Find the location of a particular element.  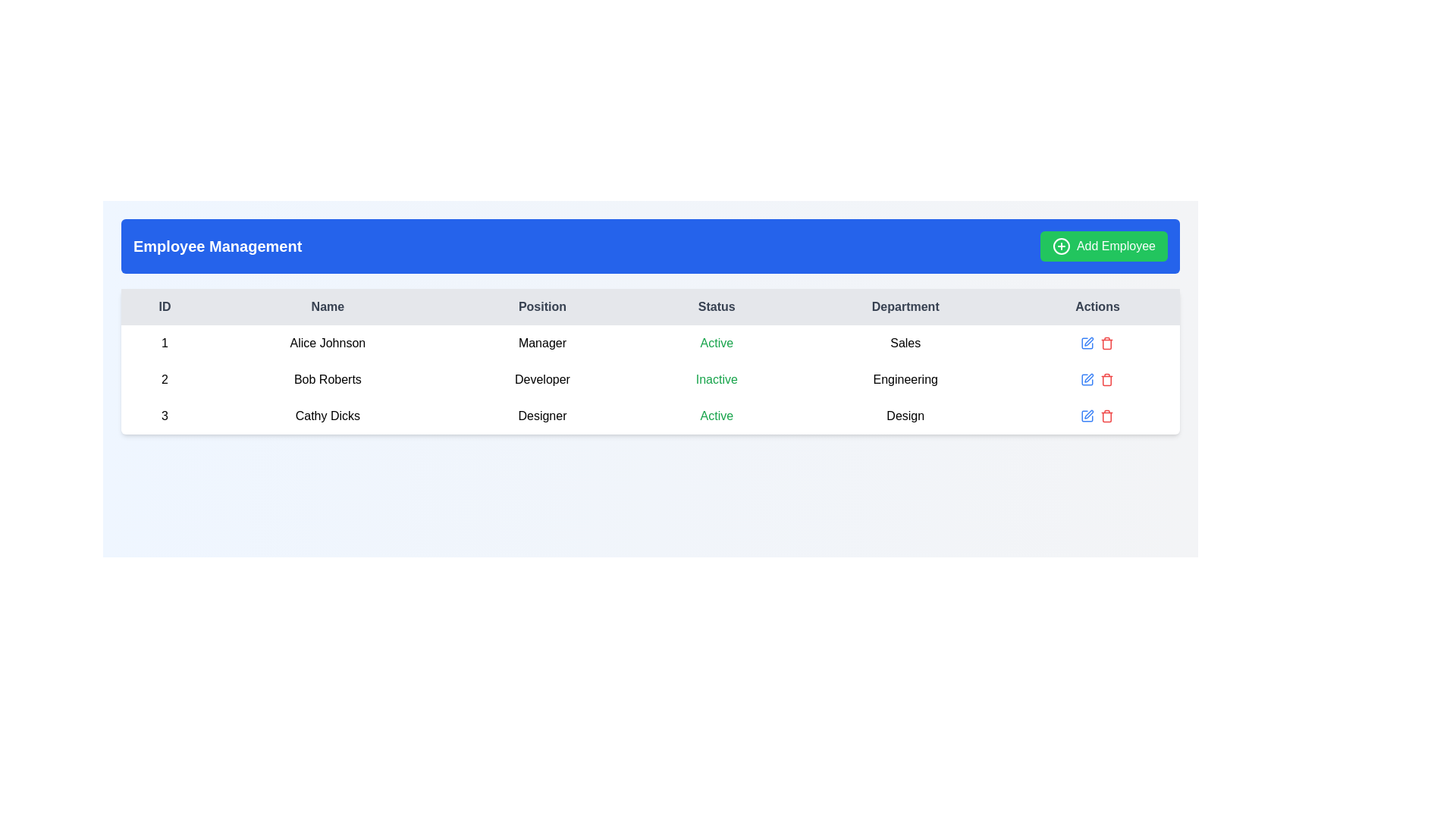

the delete button icon located in the 'Actions' column of the second row in the table is located at coordinates (1107, 379).